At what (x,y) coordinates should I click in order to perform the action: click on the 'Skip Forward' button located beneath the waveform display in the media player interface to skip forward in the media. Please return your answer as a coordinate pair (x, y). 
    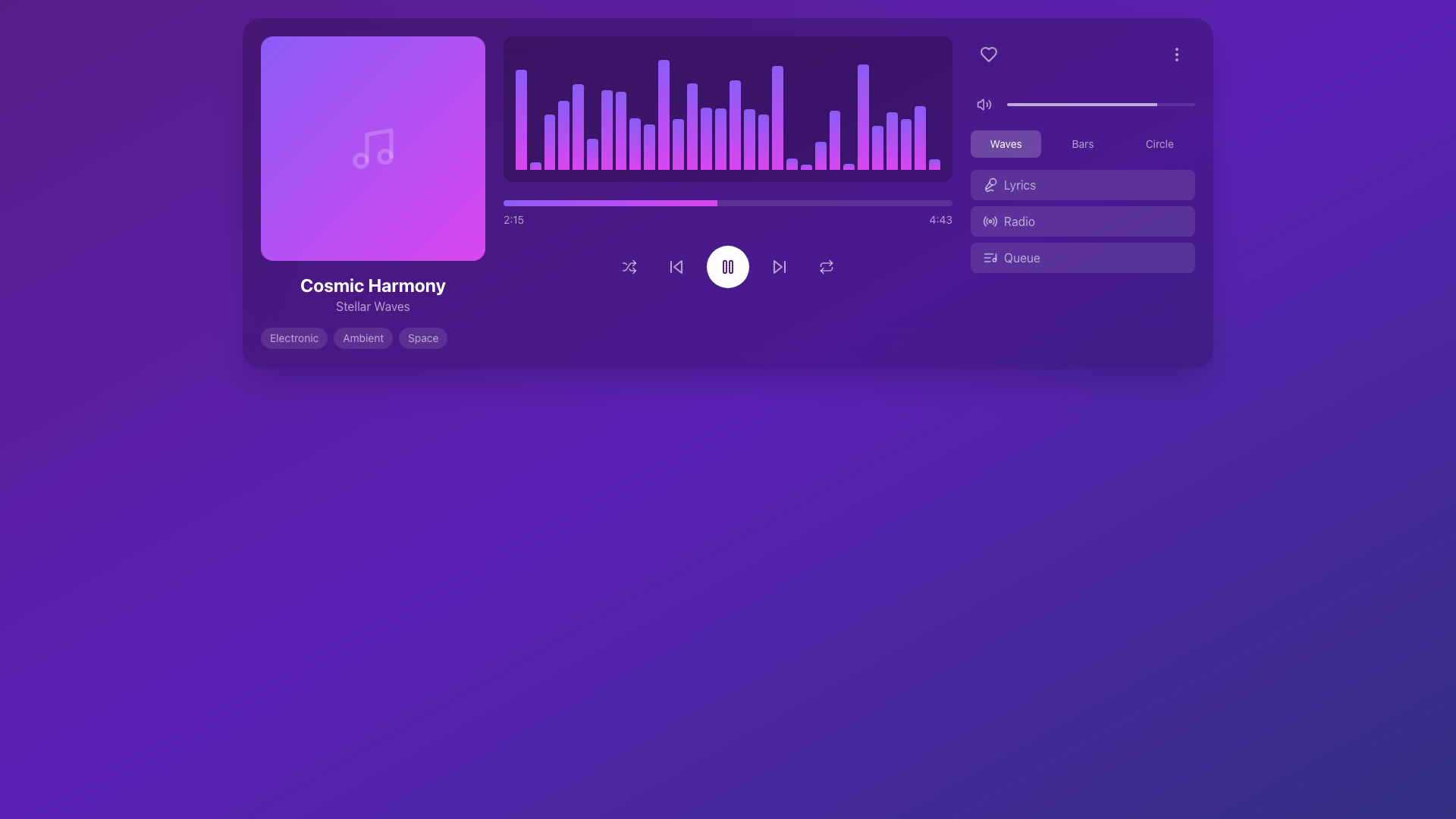
    Looking at the image, I should click on (778, 265).